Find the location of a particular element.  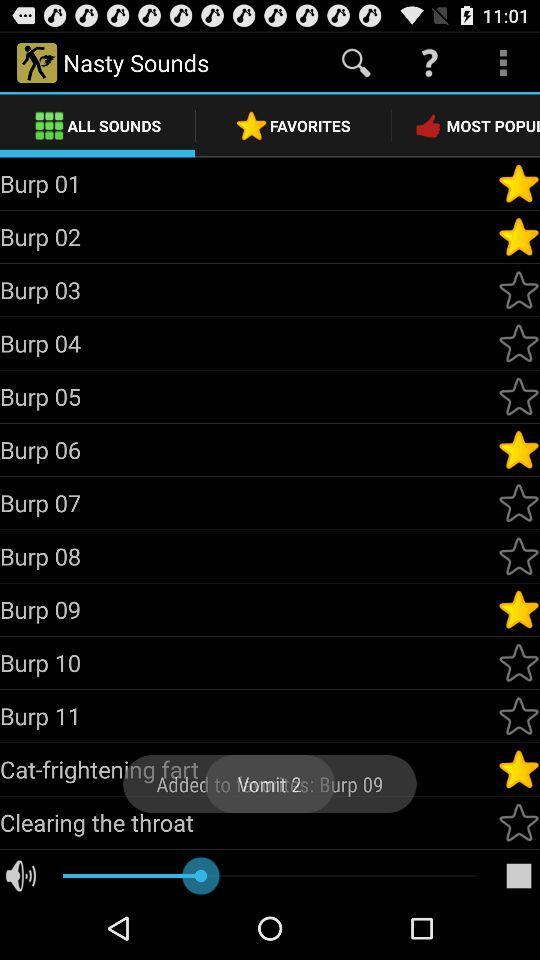

or remove from favorites is located at coordinates (518, 450).